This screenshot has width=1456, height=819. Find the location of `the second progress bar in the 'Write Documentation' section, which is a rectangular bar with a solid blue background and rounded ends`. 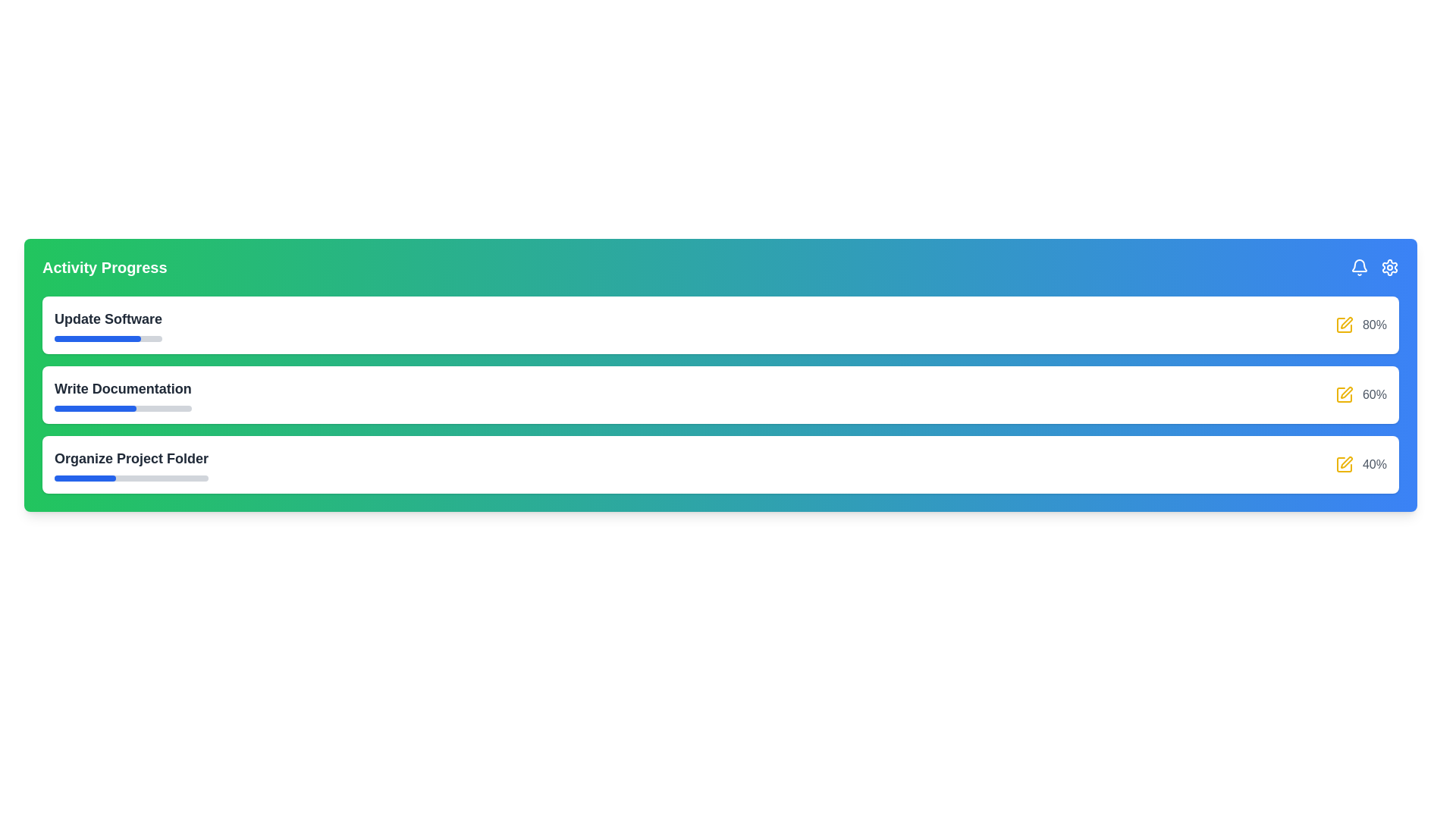

the second progress bar in the 'Write Documentation' section, which is a rectangular bar with a solid blue background and rounded ends is located at coordinates (95, 408).